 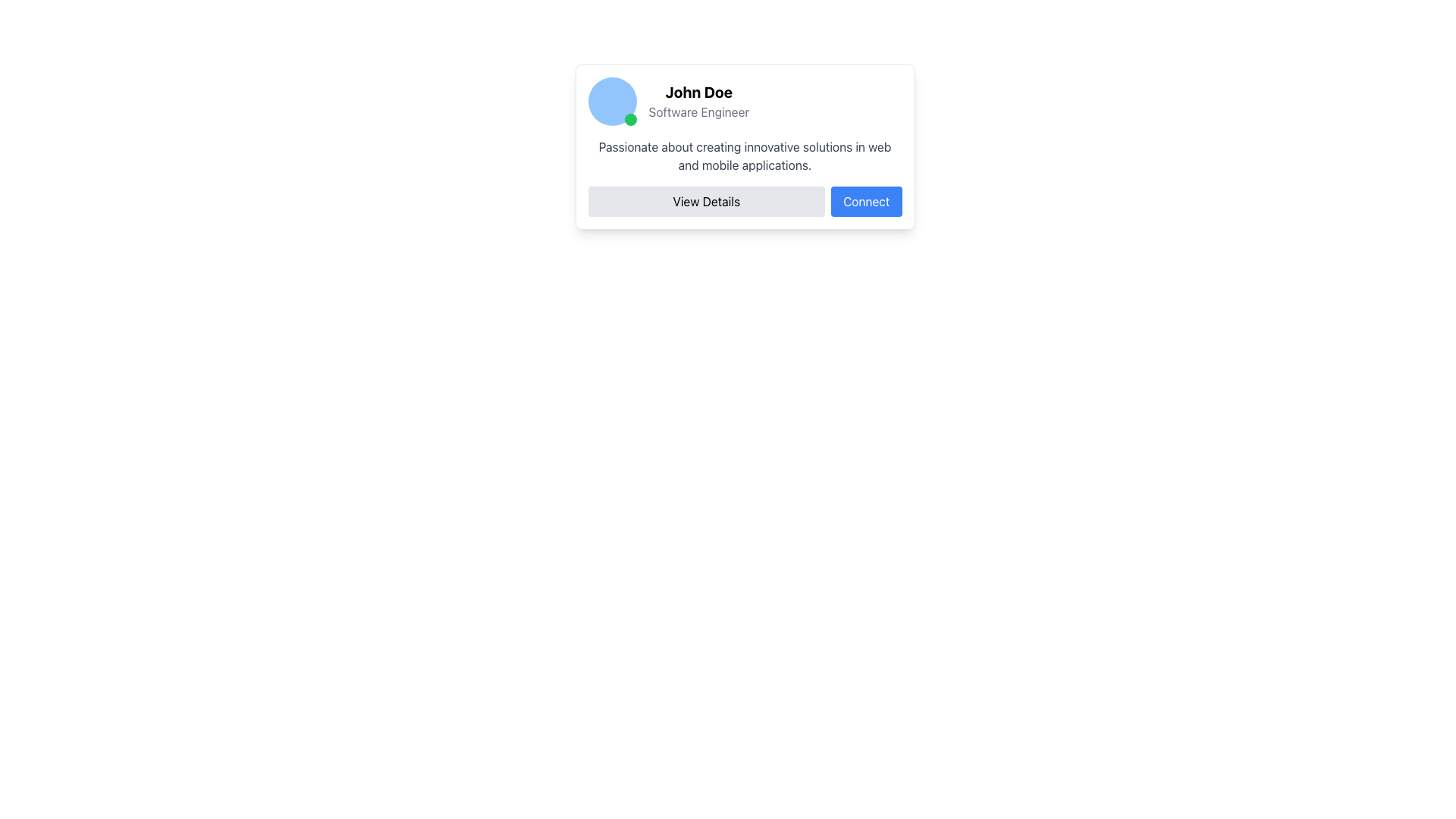 I want to click on the text label displaying 'John Doe' and 'Software Engineer', which is positioned to the right of the circular avatar image in the upper middle section of the contact card, so click(x=698, y=102).